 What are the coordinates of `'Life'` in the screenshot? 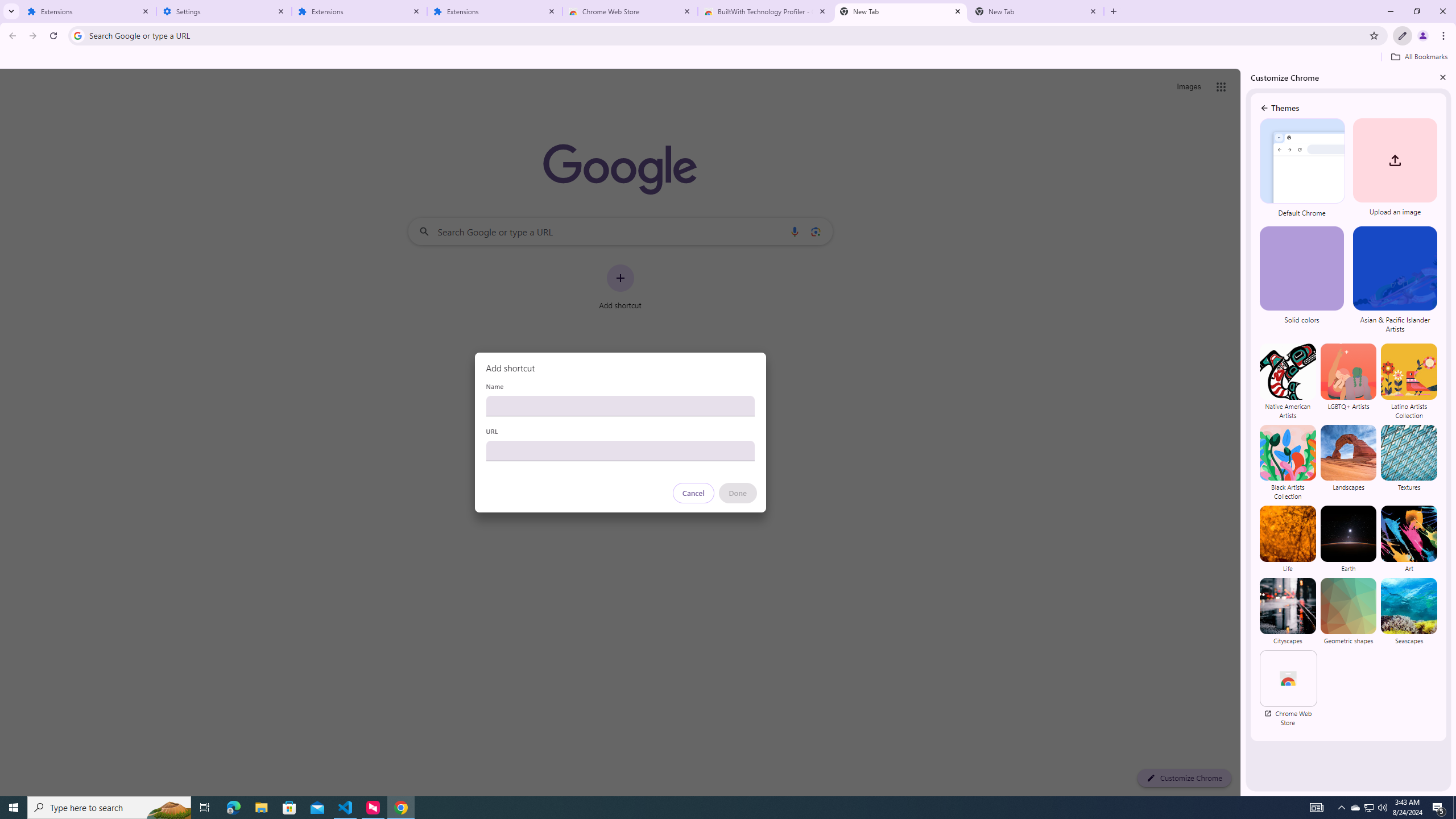 It's located at (1287, 539).